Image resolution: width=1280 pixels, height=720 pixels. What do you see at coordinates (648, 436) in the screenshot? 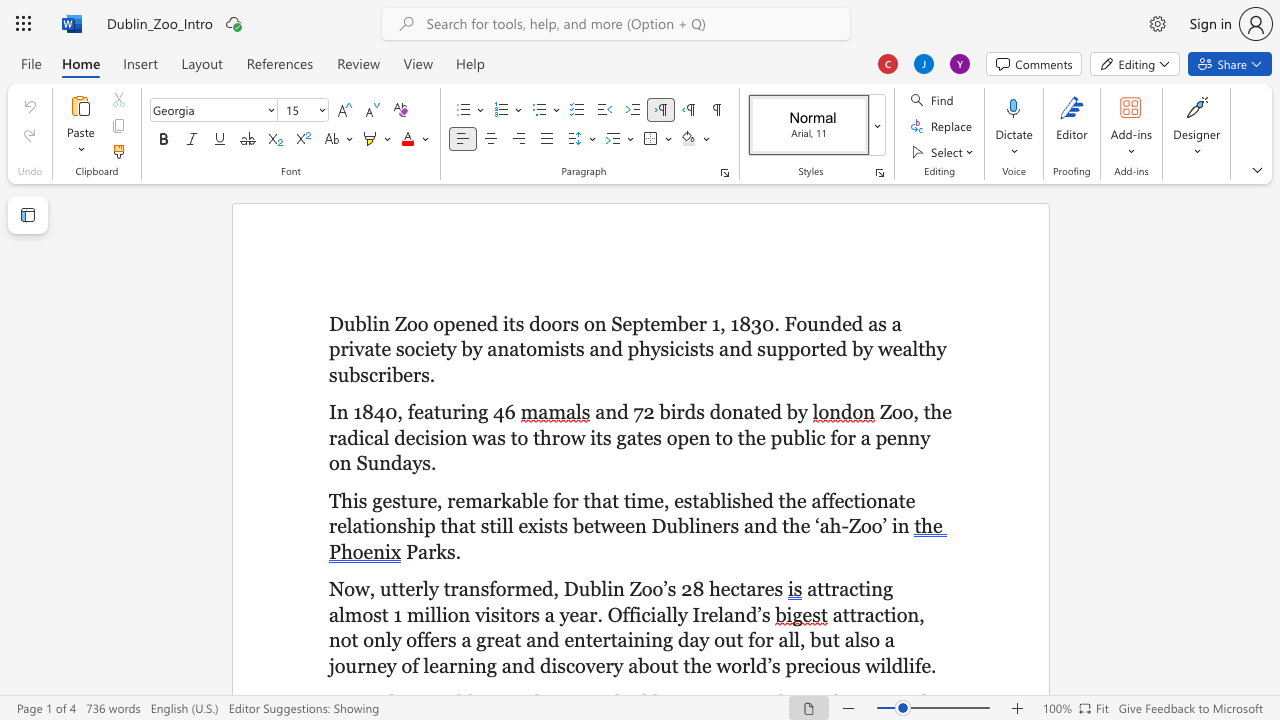
I see `the 3th character "e" in the text` at bounding box center [648, 436].